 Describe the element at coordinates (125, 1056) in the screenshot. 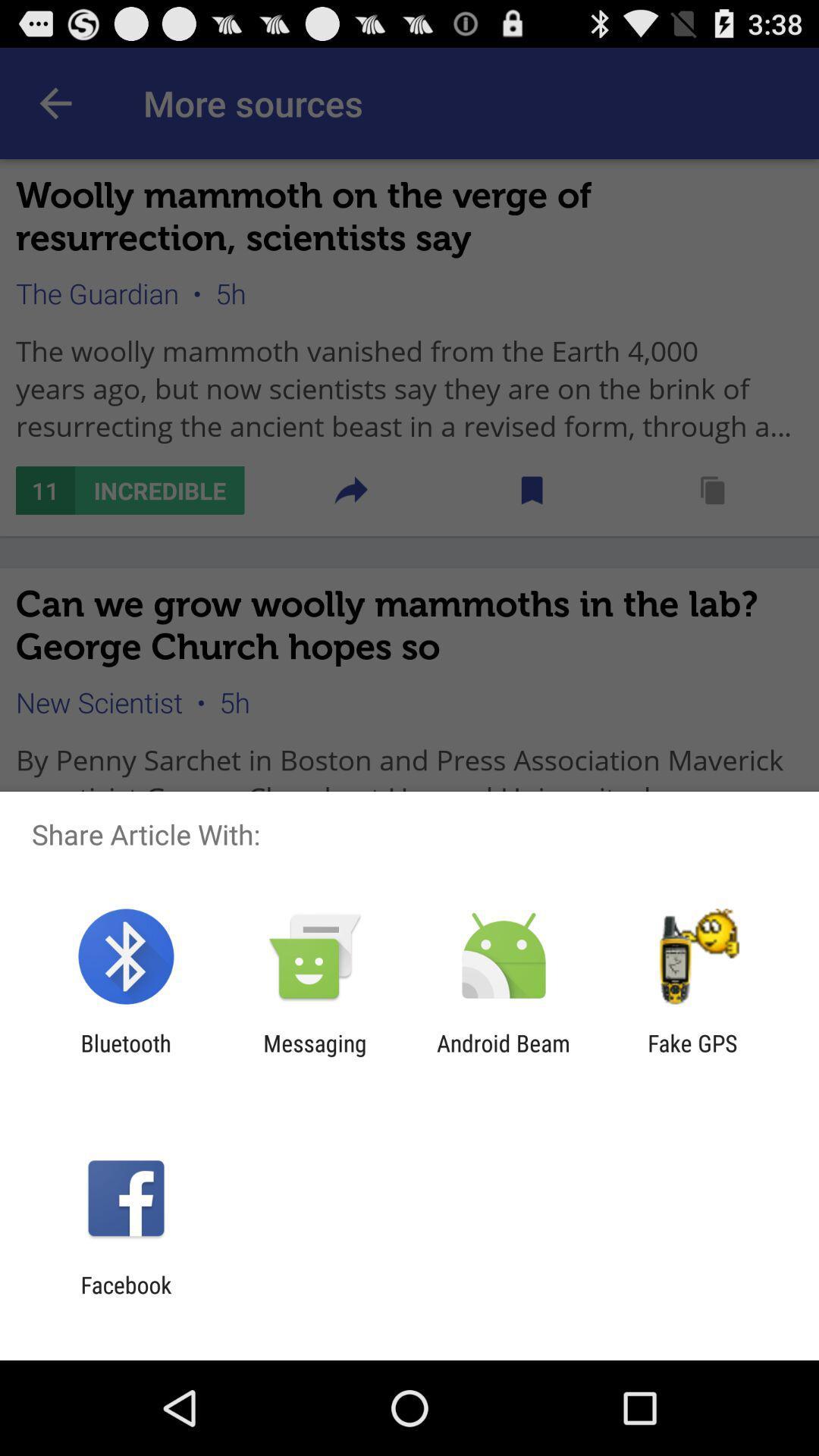

I see `the item next to the messaging icon` at that location.